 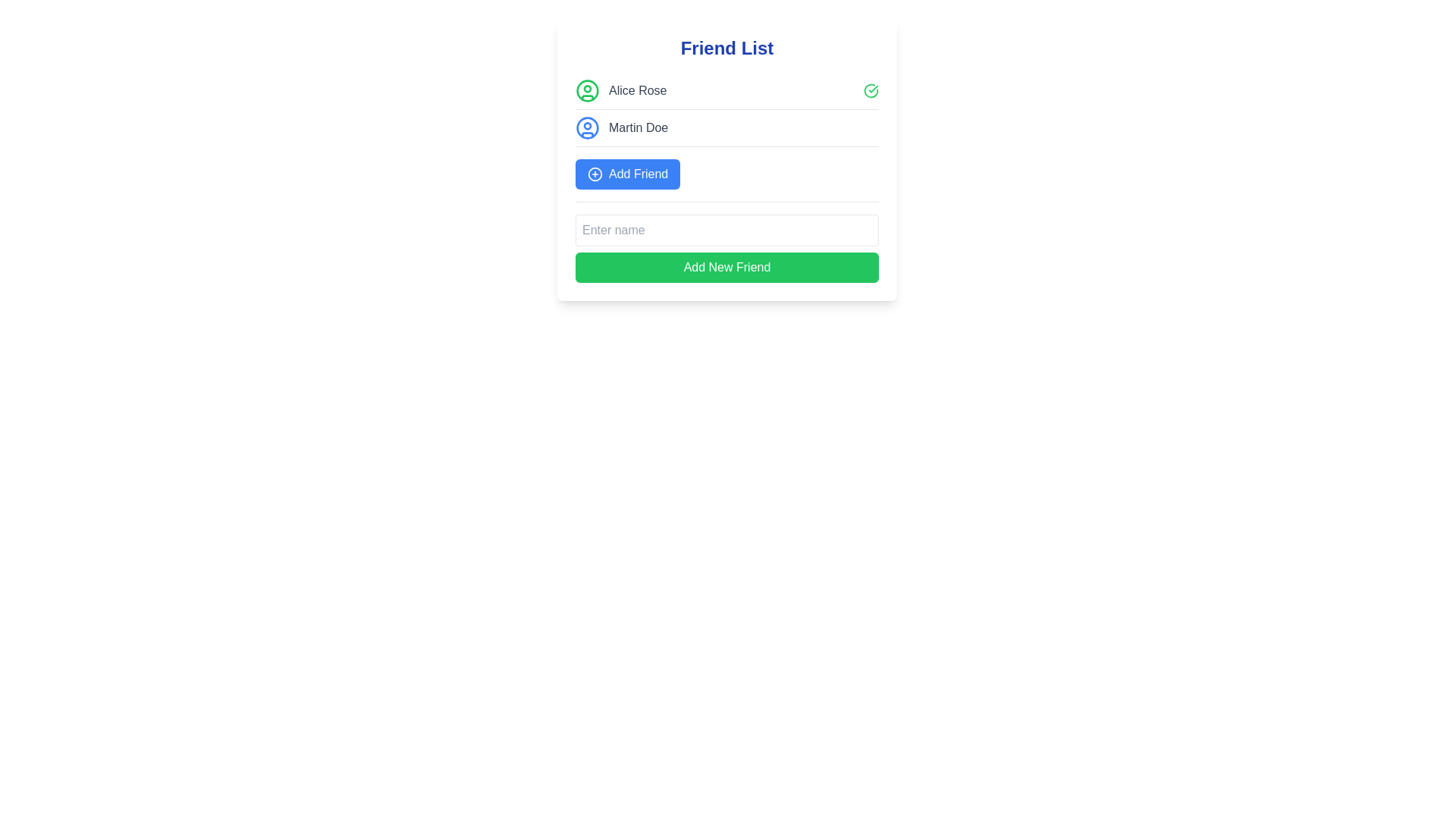 What do you see at coordinates (628, 174) in the screenshot?
I see `the 'Add Friend' button, which has a rounded shape, a blue background, and white text, located below 'Martin Doe' in the user list section` at bounding box center [628, 174].